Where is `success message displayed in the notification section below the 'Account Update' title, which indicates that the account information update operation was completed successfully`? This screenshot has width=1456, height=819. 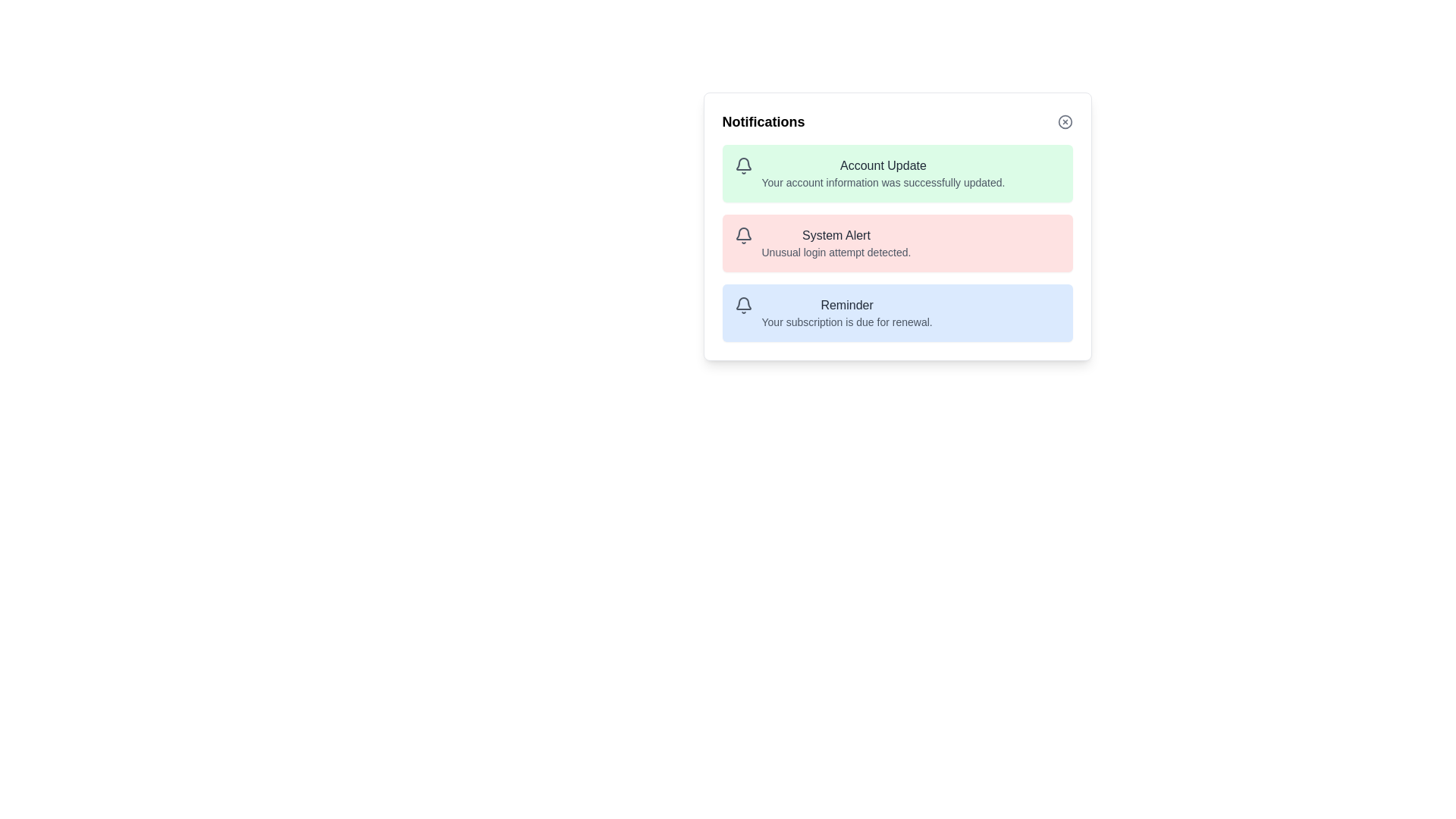
success message displayed in the notification section below the 'Account Update' title, which indicates that the account information update operation was completed successfully is located at coordinates (883, 181).